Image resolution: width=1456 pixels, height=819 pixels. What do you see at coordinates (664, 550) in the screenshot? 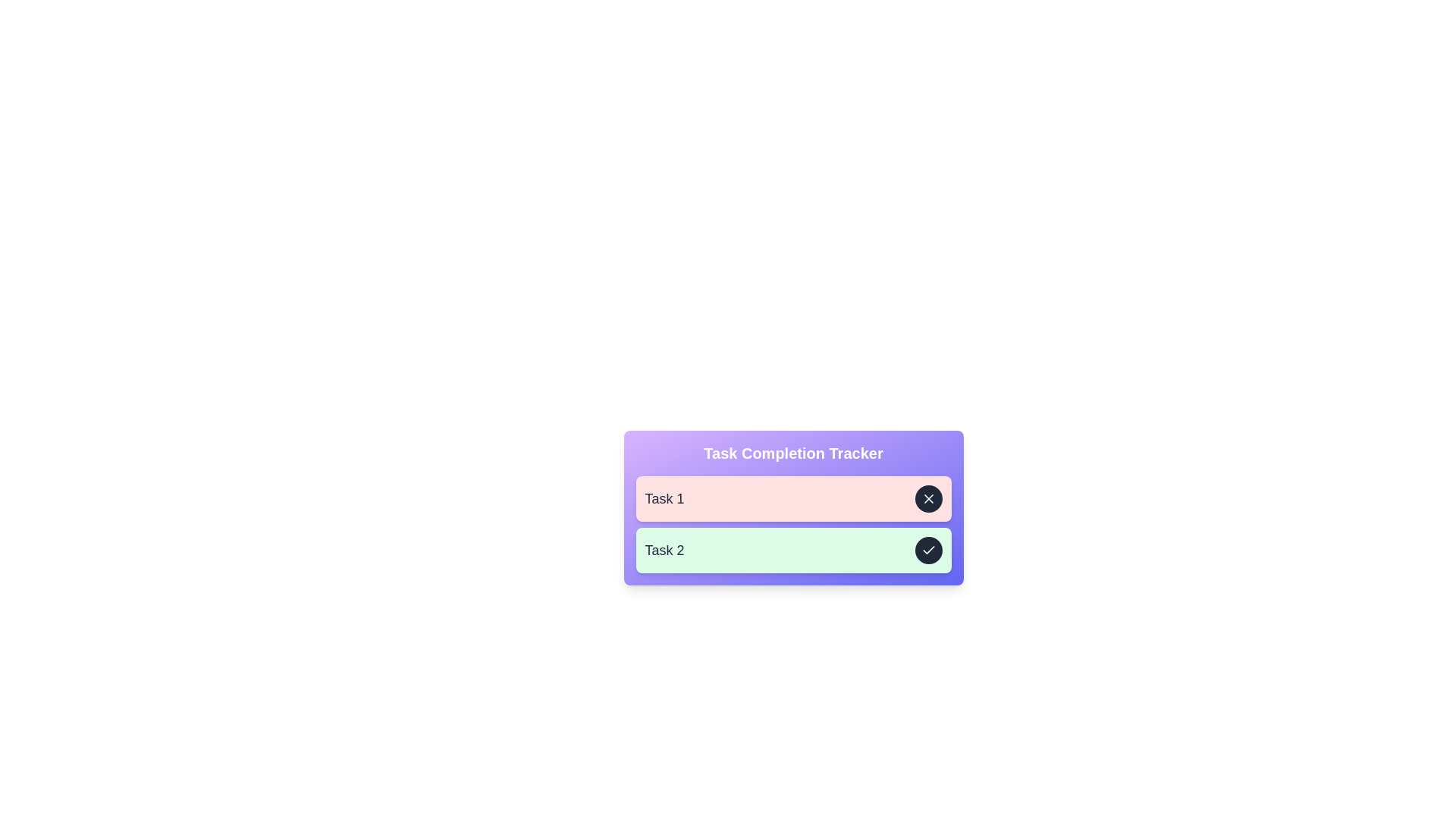
I see `the Text label displaying the title of the second task in the task list` at bounding box center [664, 550].